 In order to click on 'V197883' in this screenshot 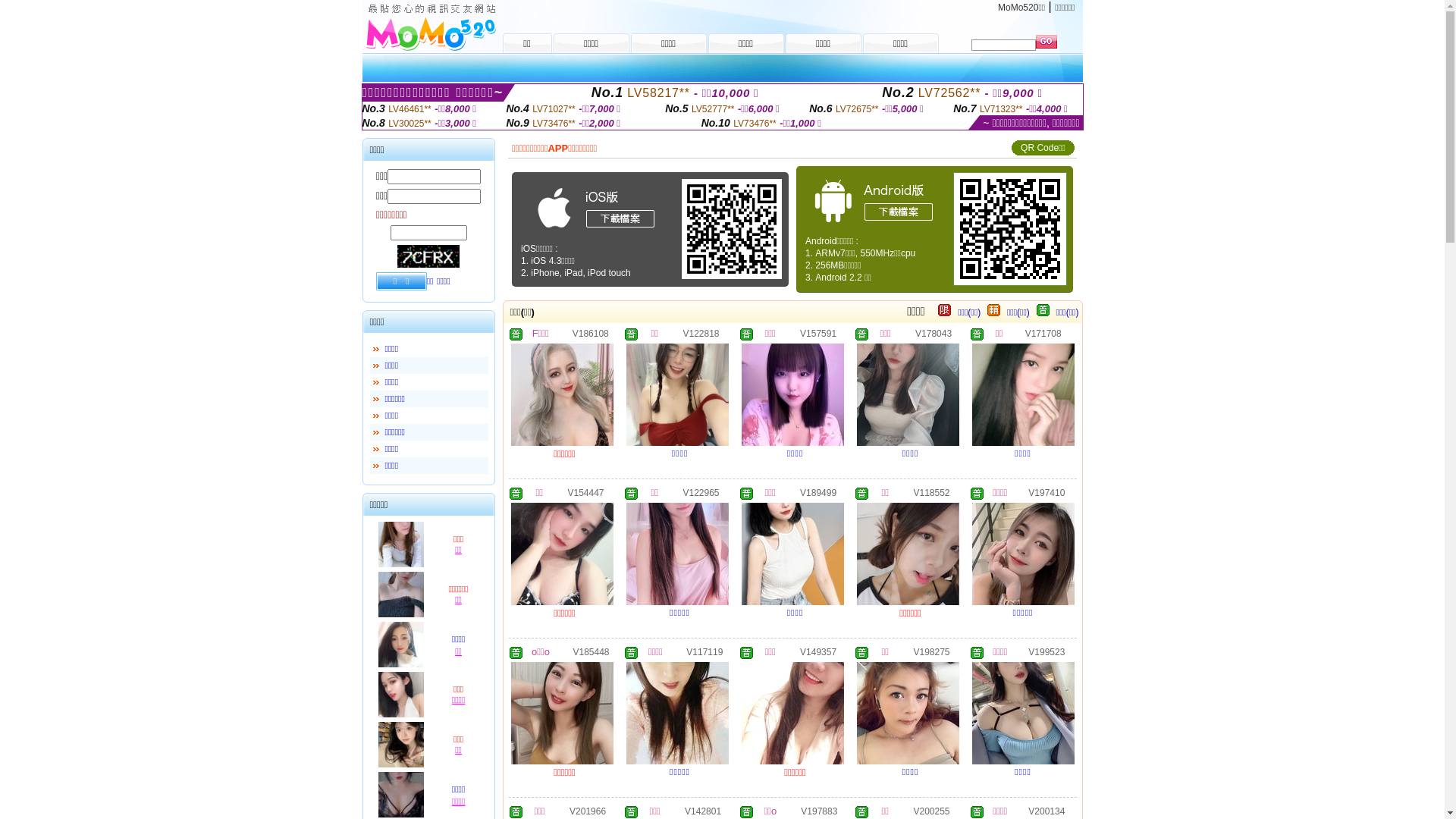, I will do `click(818, 809)`.